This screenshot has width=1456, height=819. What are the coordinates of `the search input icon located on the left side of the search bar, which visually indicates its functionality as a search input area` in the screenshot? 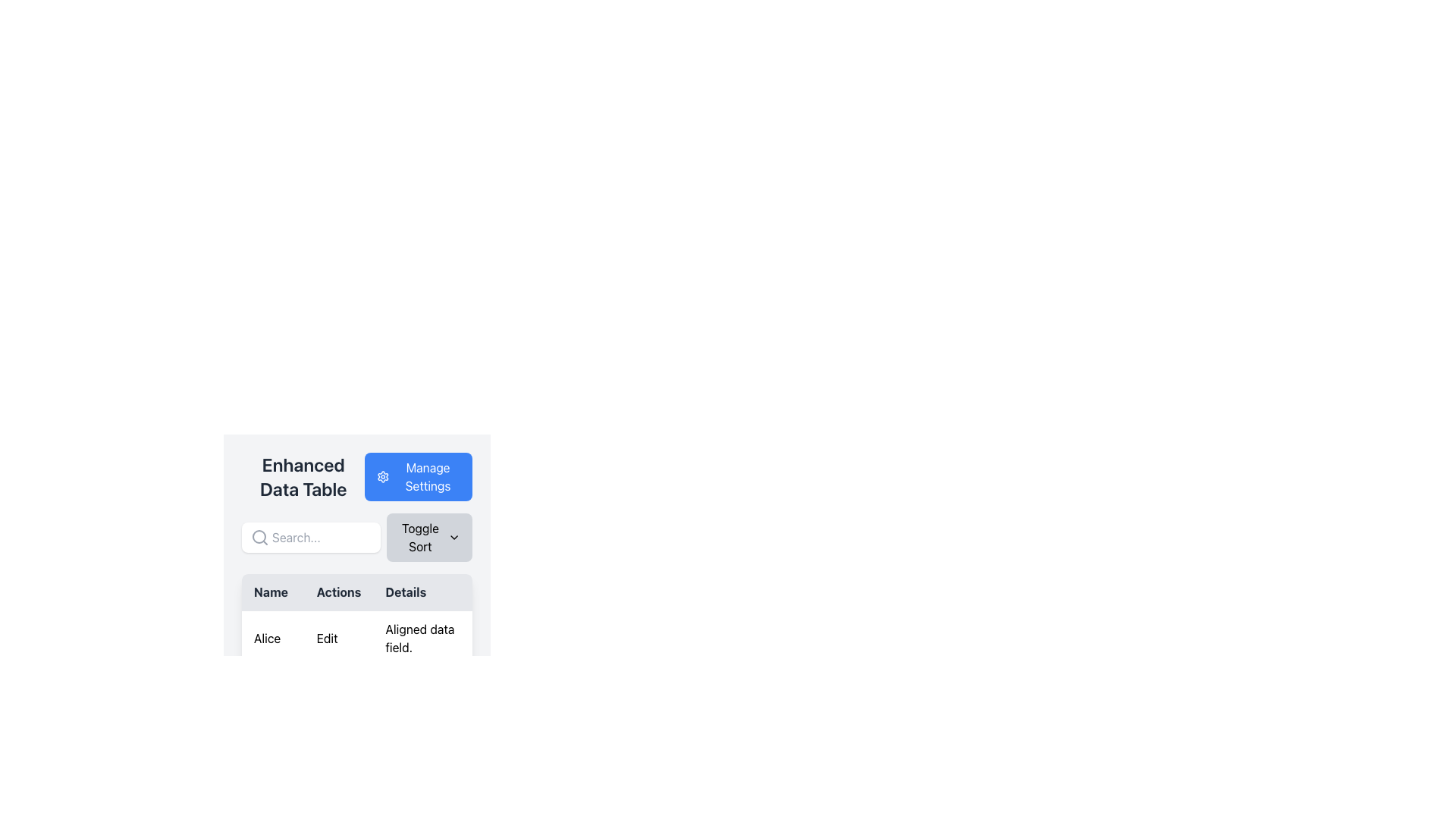 It's located at (259, 537).